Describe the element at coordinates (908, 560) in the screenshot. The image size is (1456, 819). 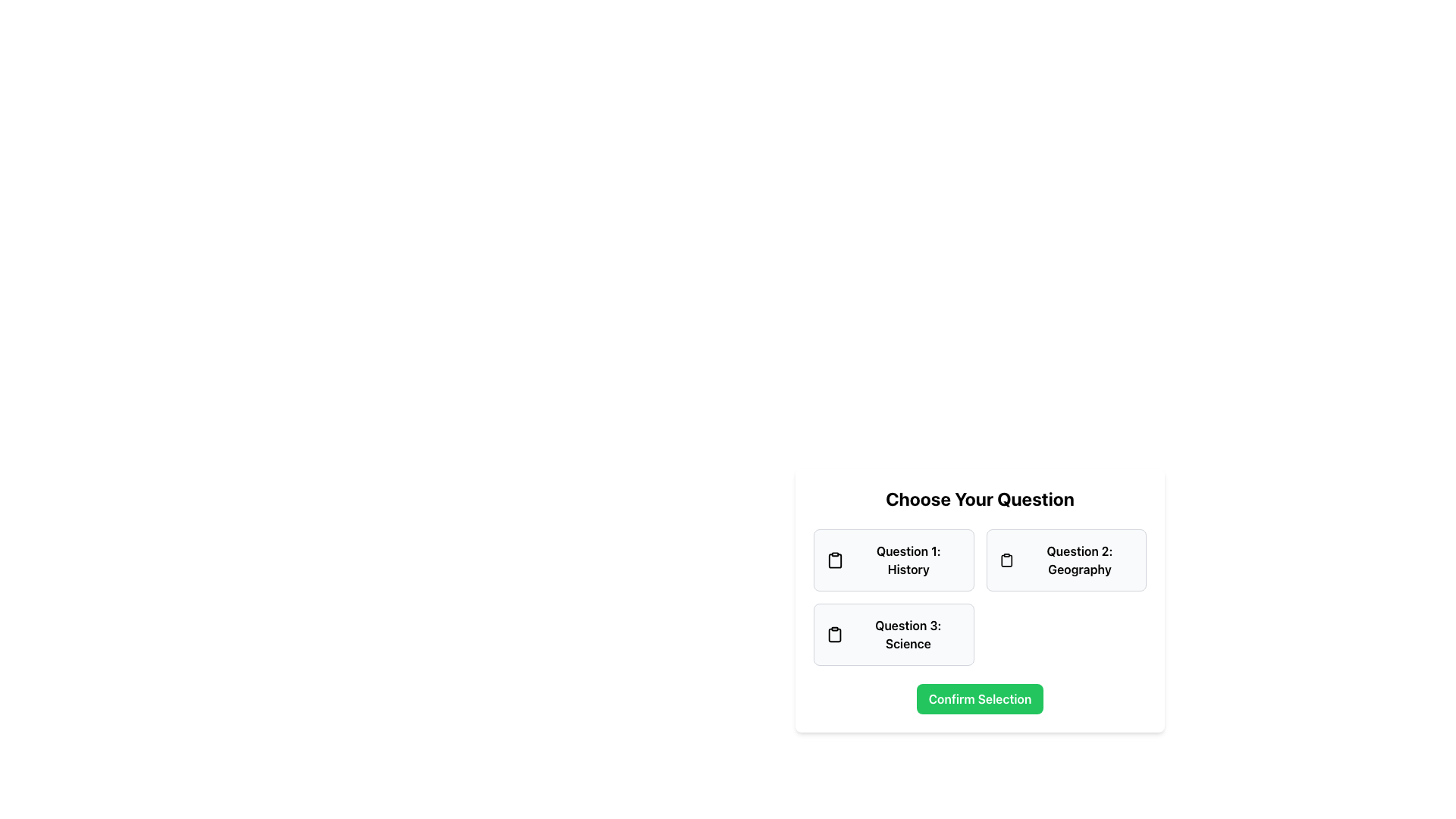
I see `text label 'Question 1: History' located at the top-left corner of the grid of question cards within the 'Choose Your Question' section` at that location.